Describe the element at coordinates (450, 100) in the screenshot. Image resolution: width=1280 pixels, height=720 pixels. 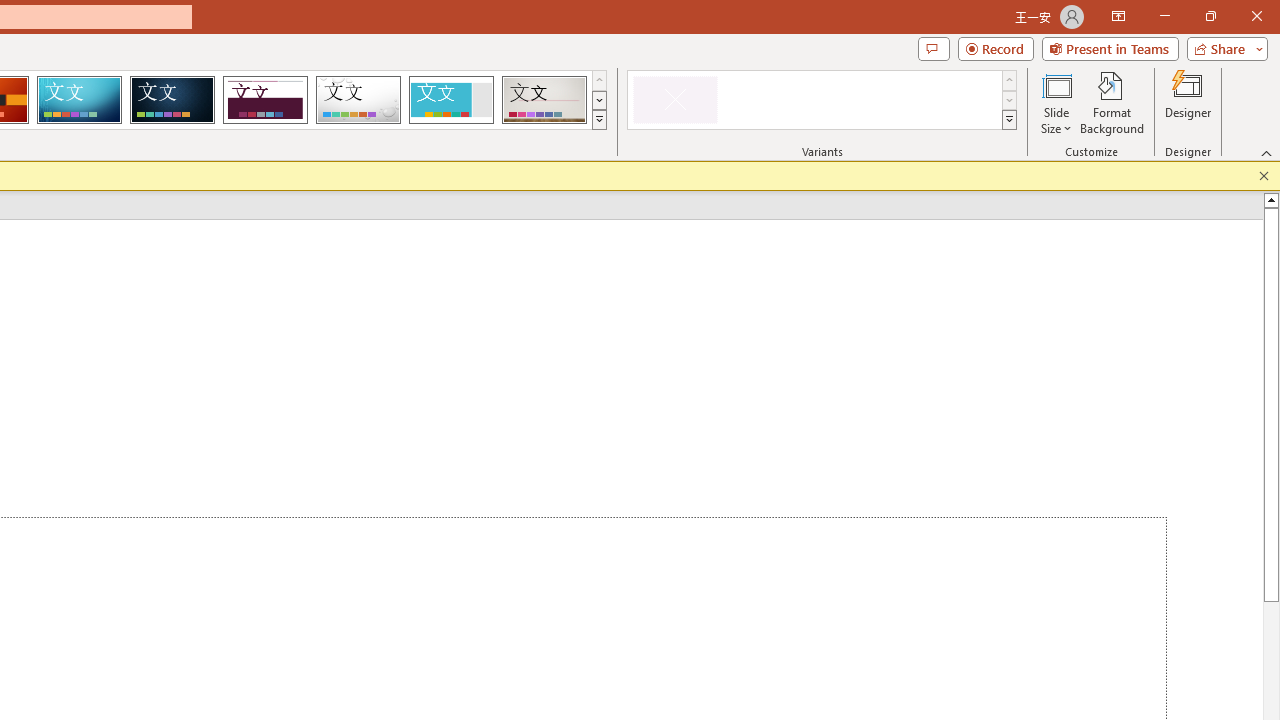
I see `'Frame'` at that location.